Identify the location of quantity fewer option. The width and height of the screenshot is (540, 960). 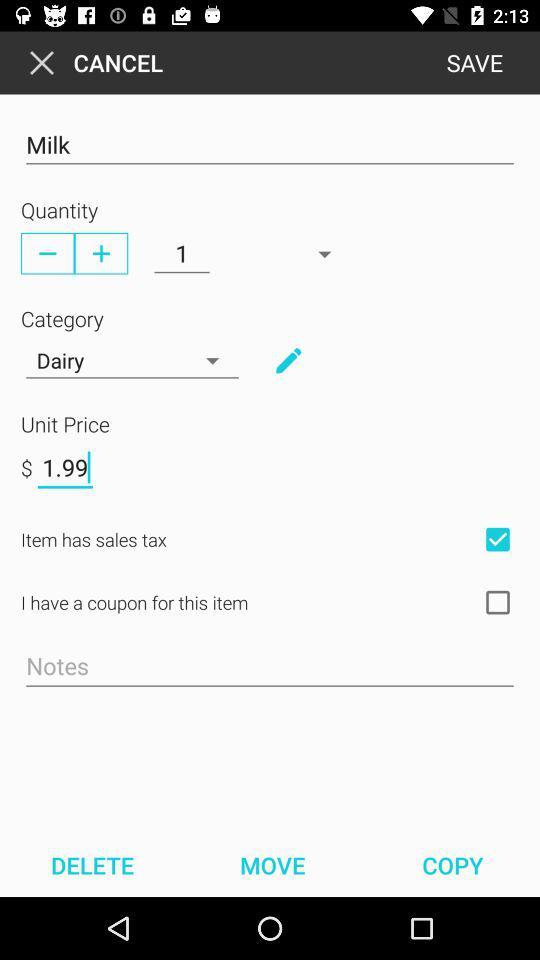
(47, 252).